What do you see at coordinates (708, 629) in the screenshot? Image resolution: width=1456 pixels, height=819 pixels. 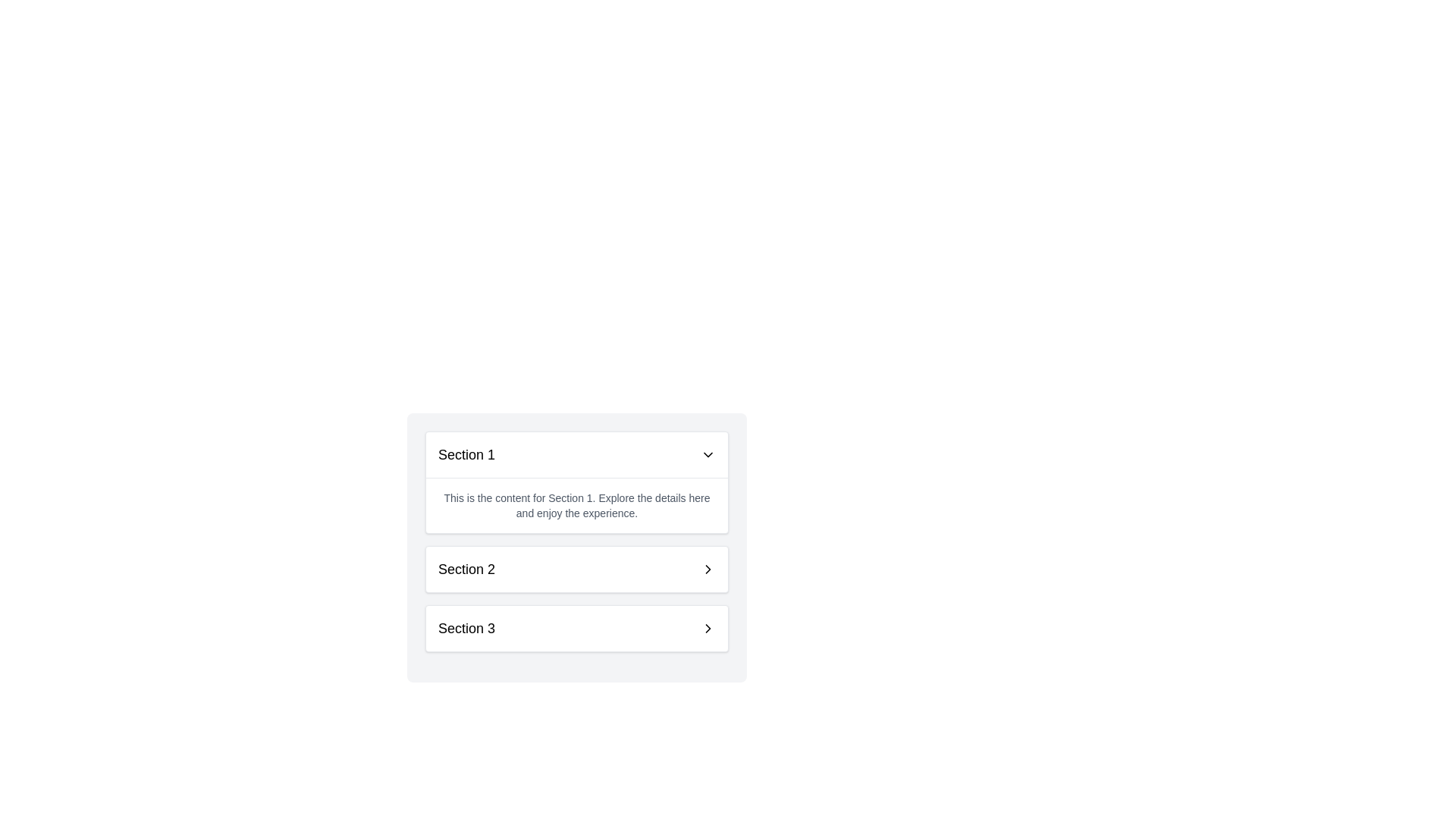 I see `the chevron icon located at the far-right end of the row labeled 'Section 3'` at bounding box center [708, 629].